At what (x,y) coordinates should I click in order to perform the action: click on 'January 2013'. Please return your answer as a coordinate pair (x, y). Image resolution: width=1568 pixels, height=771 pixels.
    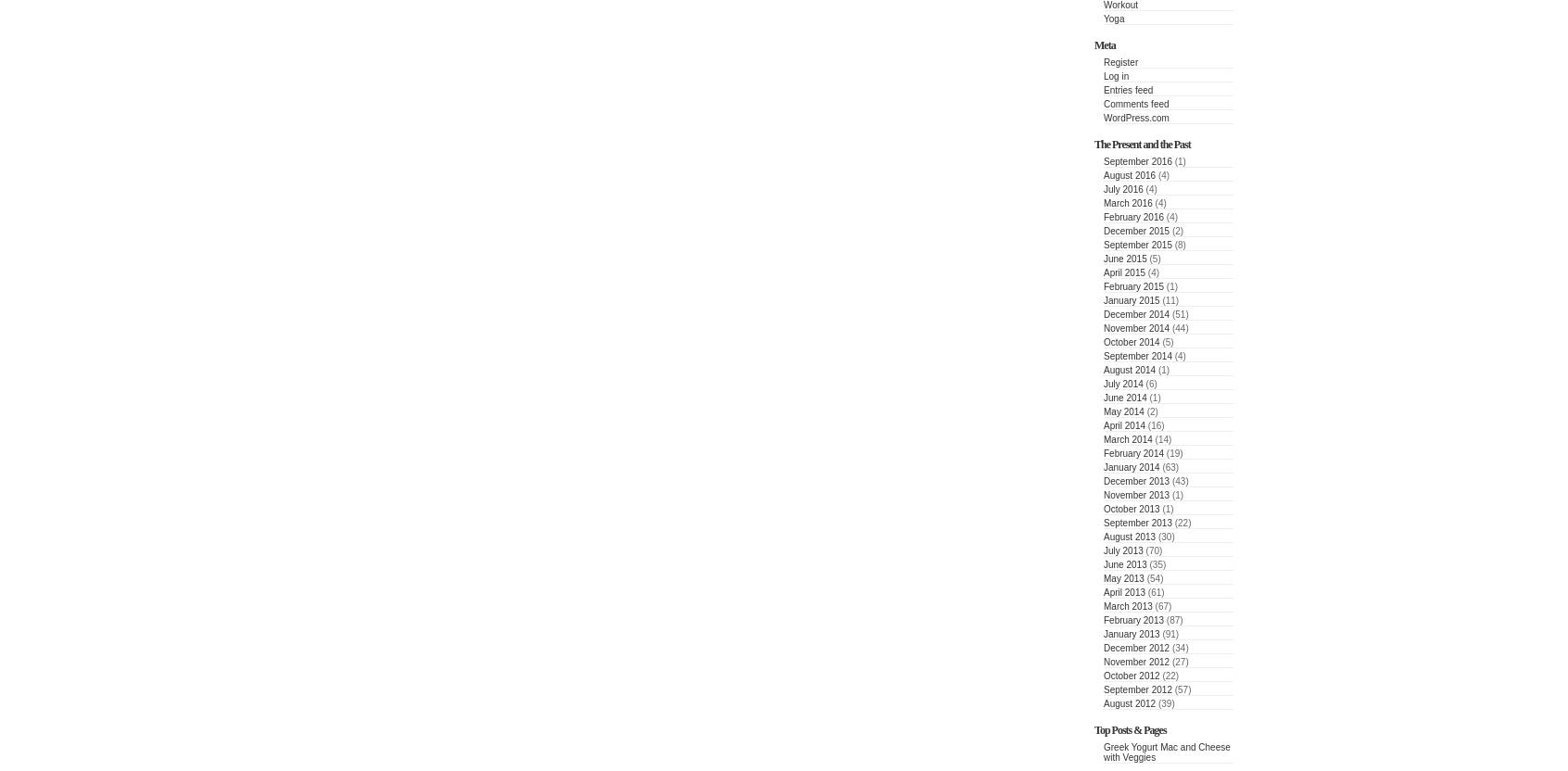
    Looking at the image, I should click on (1131, 633).